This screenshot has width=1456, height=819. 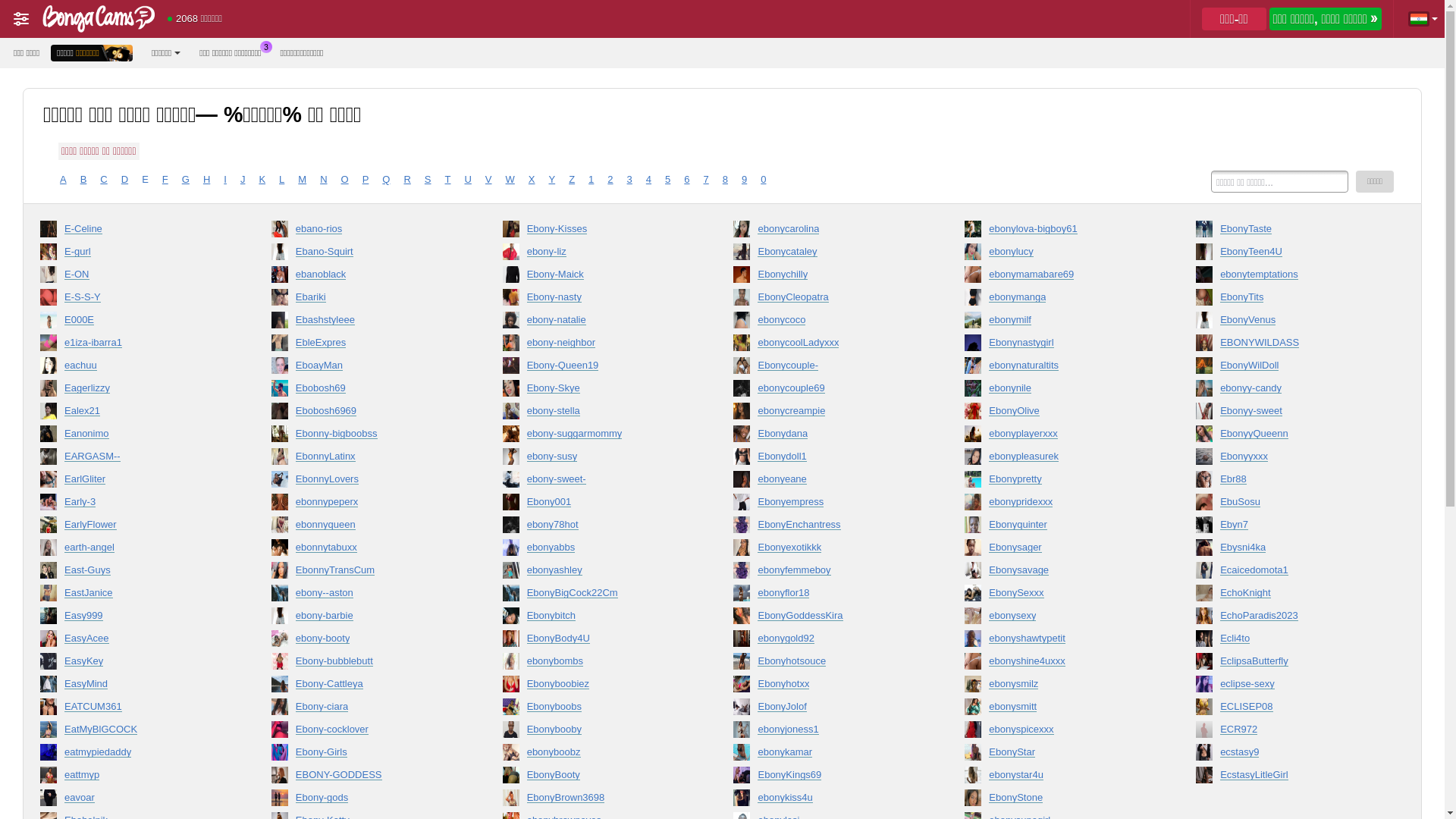 I want to click on 'Ebonybitch', so click(x=596, y=619).